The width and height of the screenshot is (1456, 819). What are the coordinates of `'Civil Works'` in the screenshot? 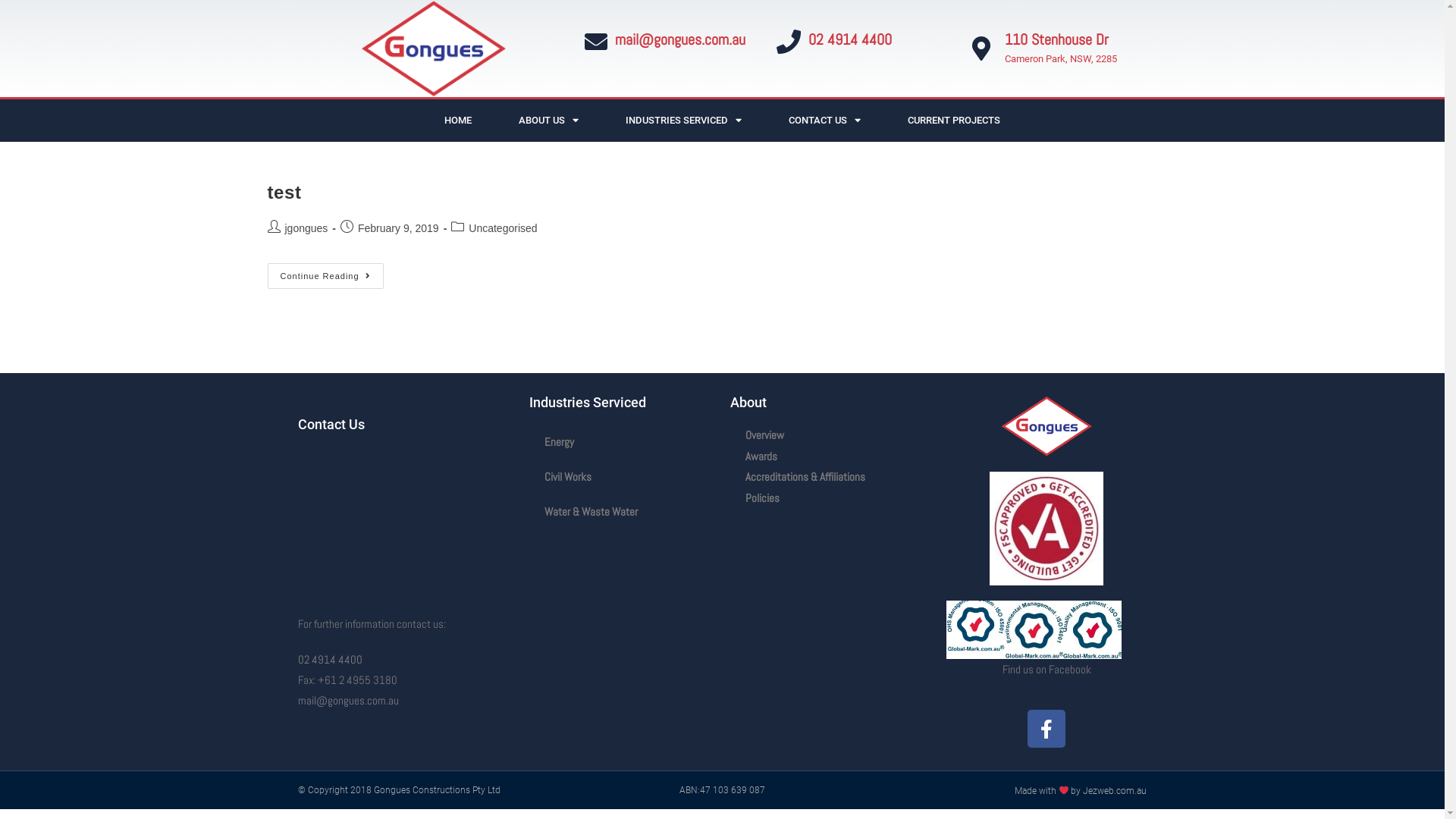 It's located at (622, 475).